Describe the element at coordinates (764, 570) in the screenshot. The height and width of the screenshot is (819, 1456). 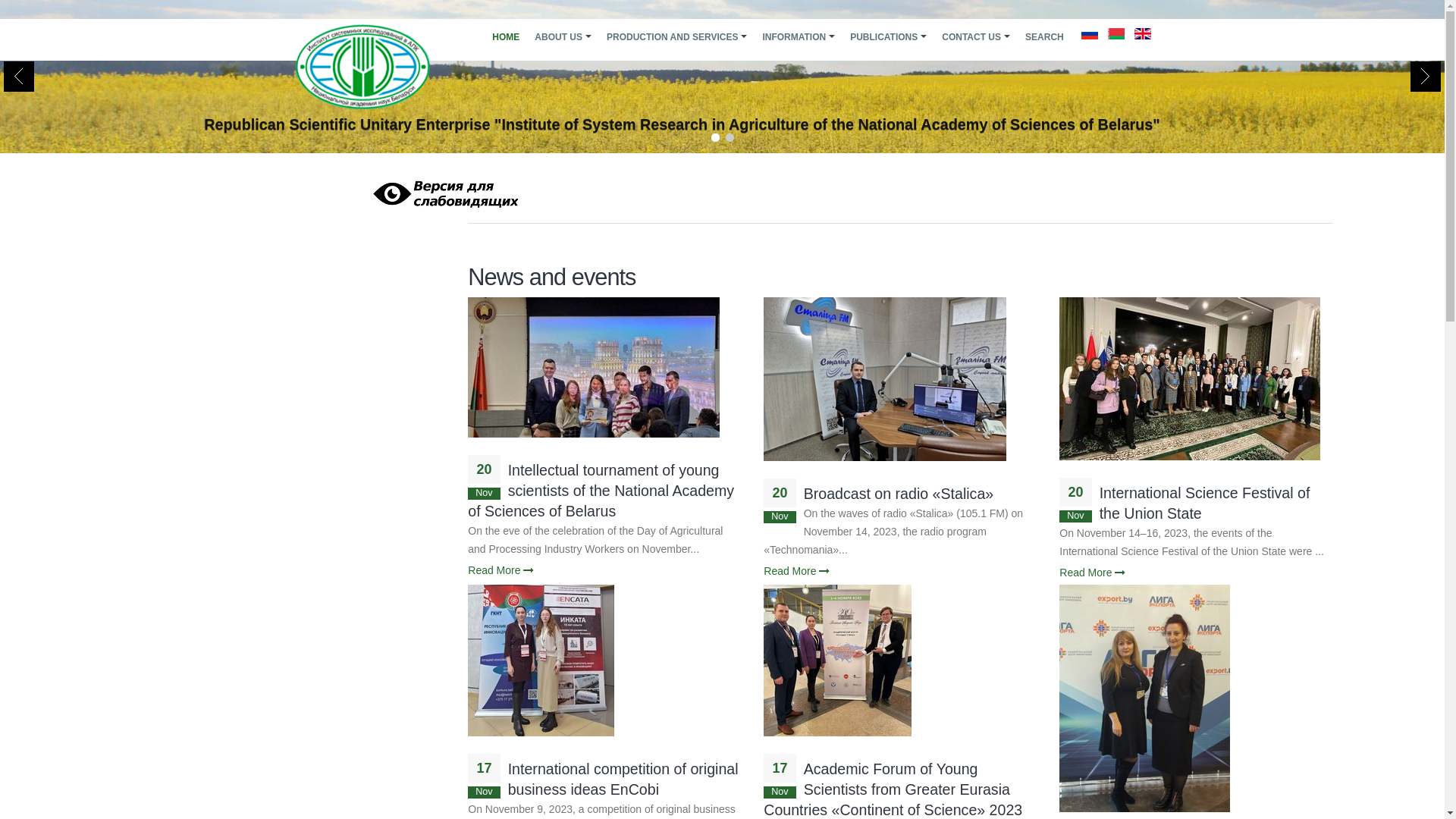
I see `'Read More'` at that location.